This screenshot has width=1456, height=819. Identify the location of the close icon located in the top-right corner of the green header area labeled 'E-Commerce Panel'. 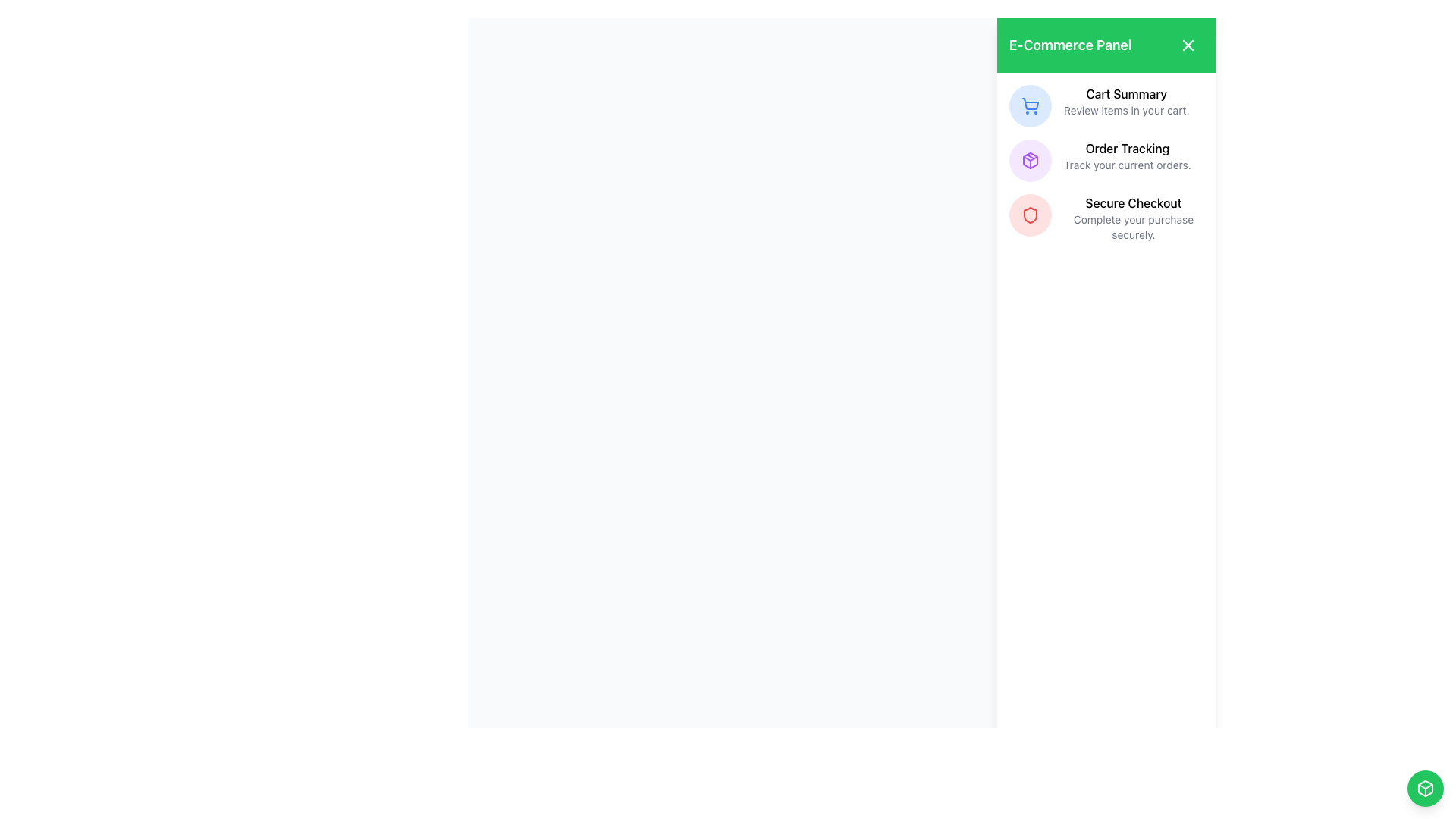
(1187, 45).